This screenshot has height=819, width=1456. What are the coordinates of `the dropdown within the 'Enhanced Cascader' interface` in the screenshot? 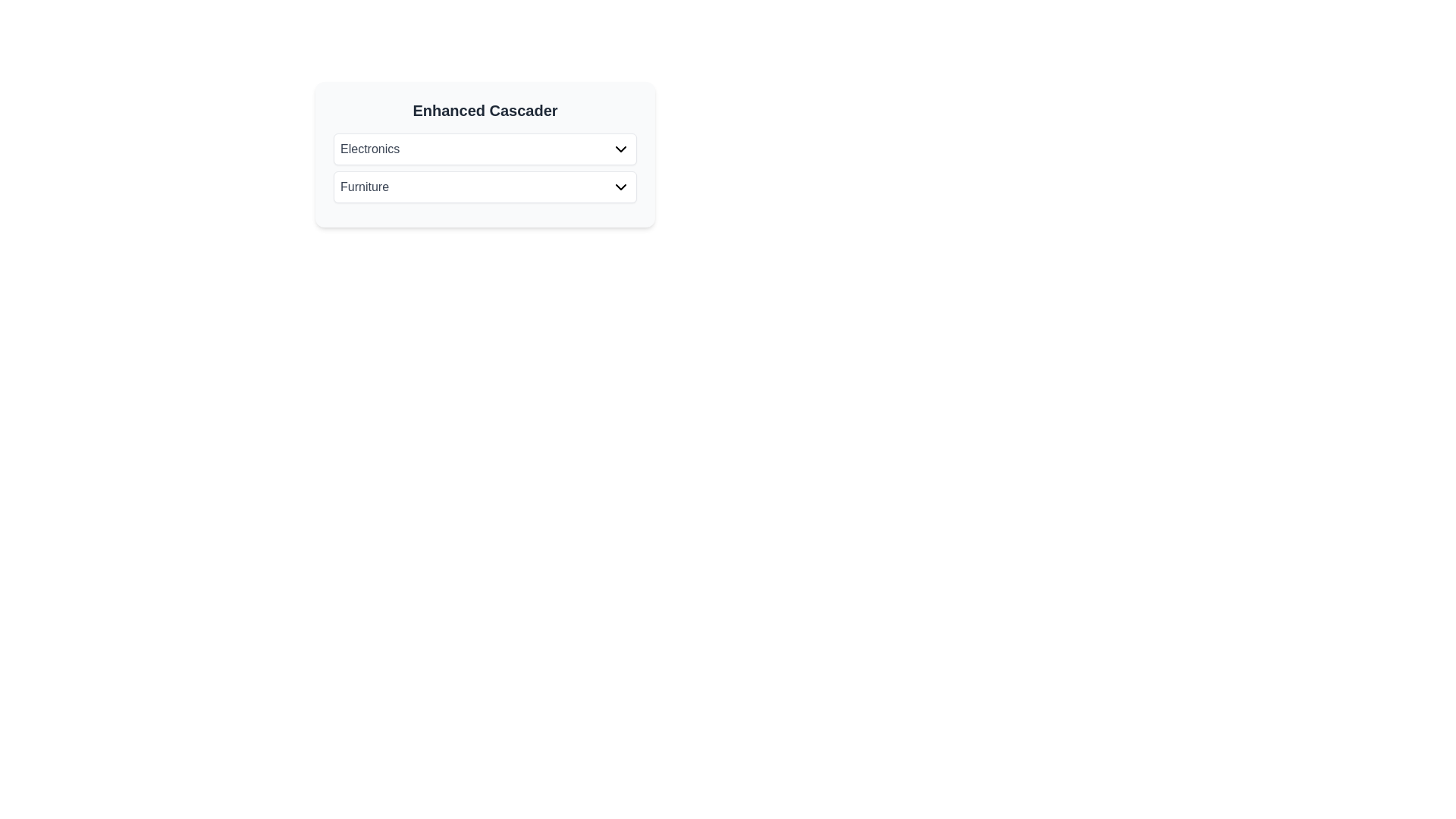 It's located at (484, 155).